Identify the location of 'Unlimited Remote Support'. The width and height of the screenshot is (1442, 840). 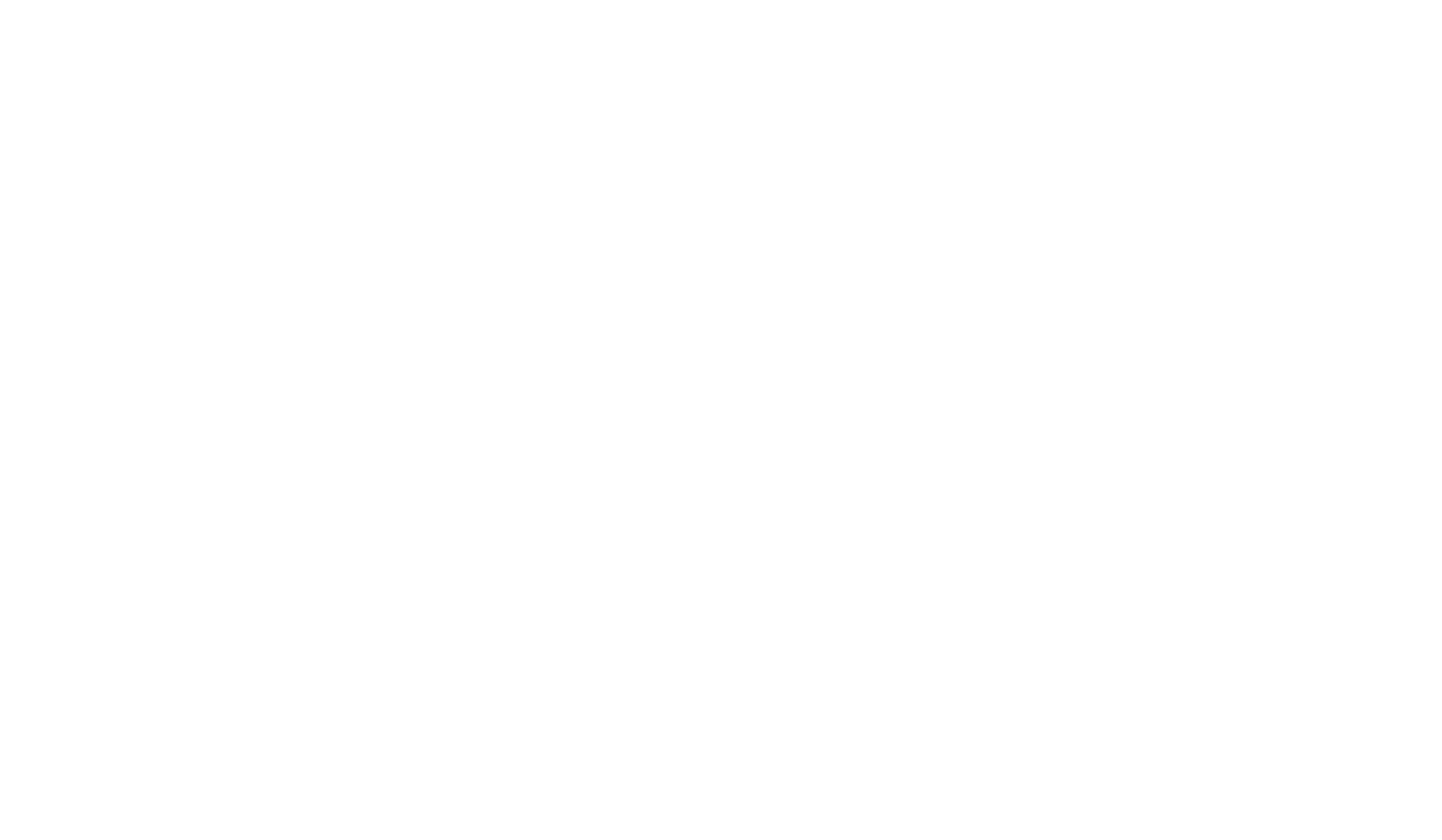
(708, 17).